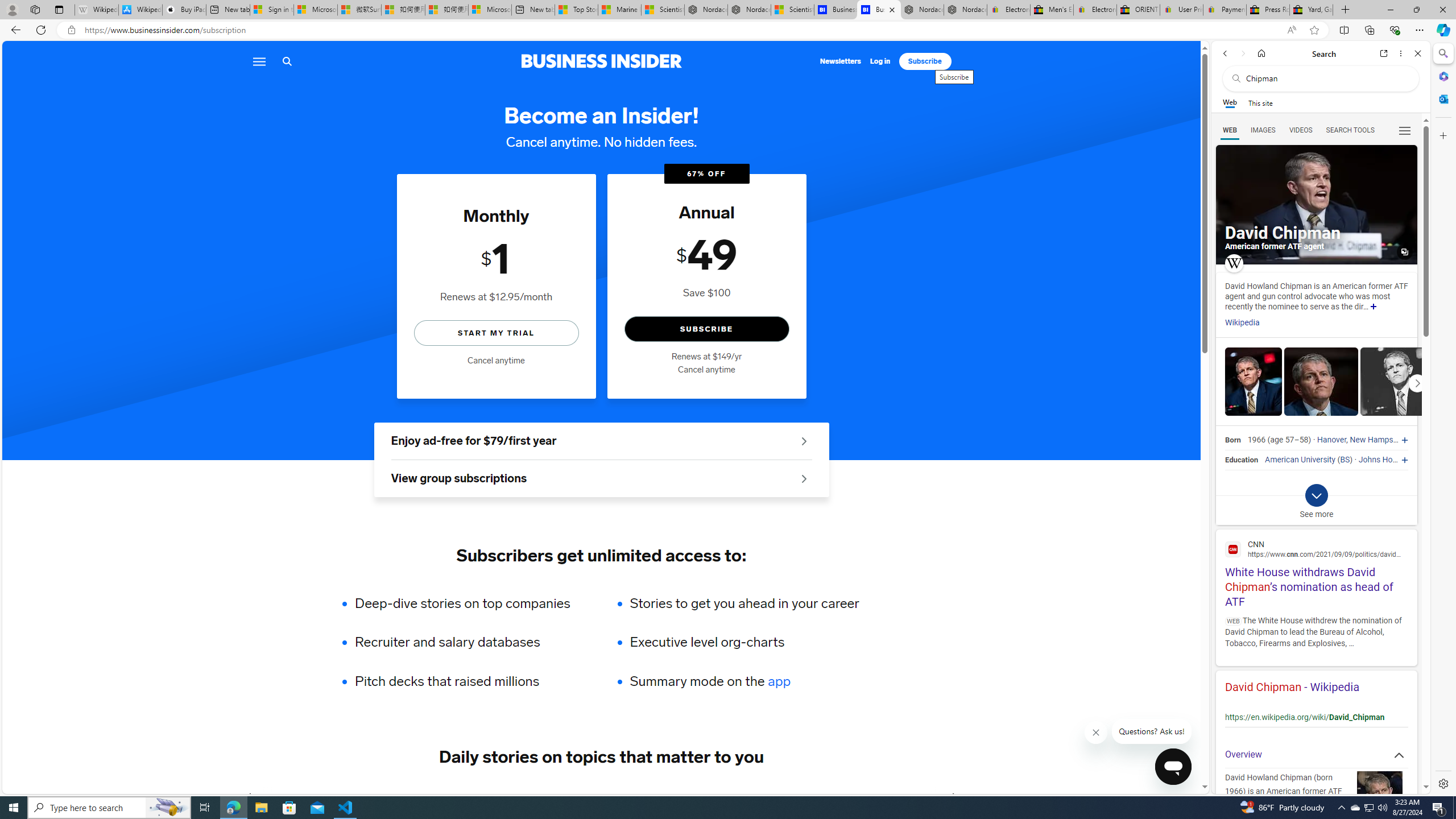 This screenshot has width=1456, height=819. I want to click on 'Class: sc-1k07fow-1 cbnSms', so click(1173, 766).